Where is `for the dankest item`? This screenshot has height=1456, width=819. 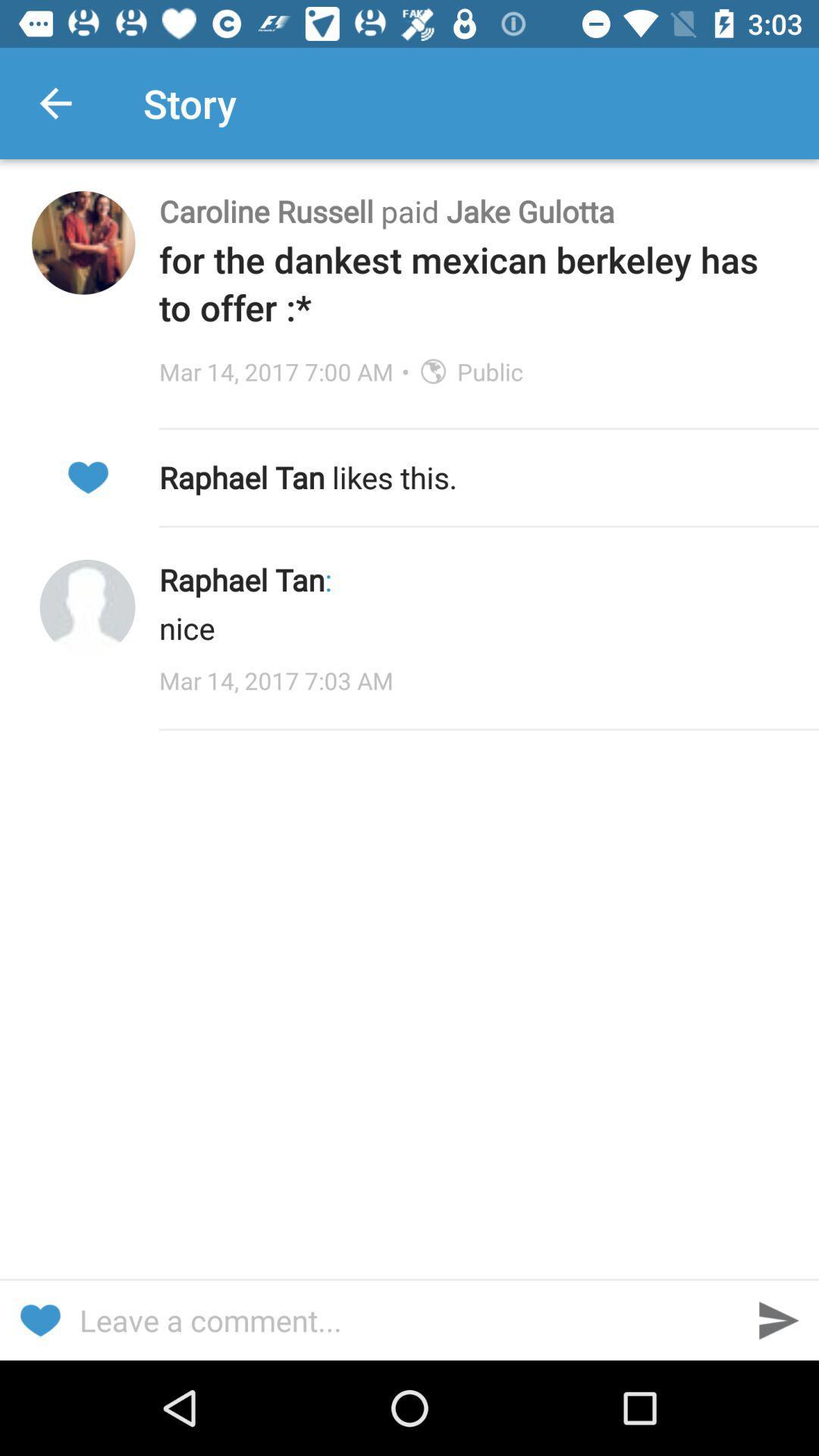
for the dankest item is located at coordinates (472, 283).